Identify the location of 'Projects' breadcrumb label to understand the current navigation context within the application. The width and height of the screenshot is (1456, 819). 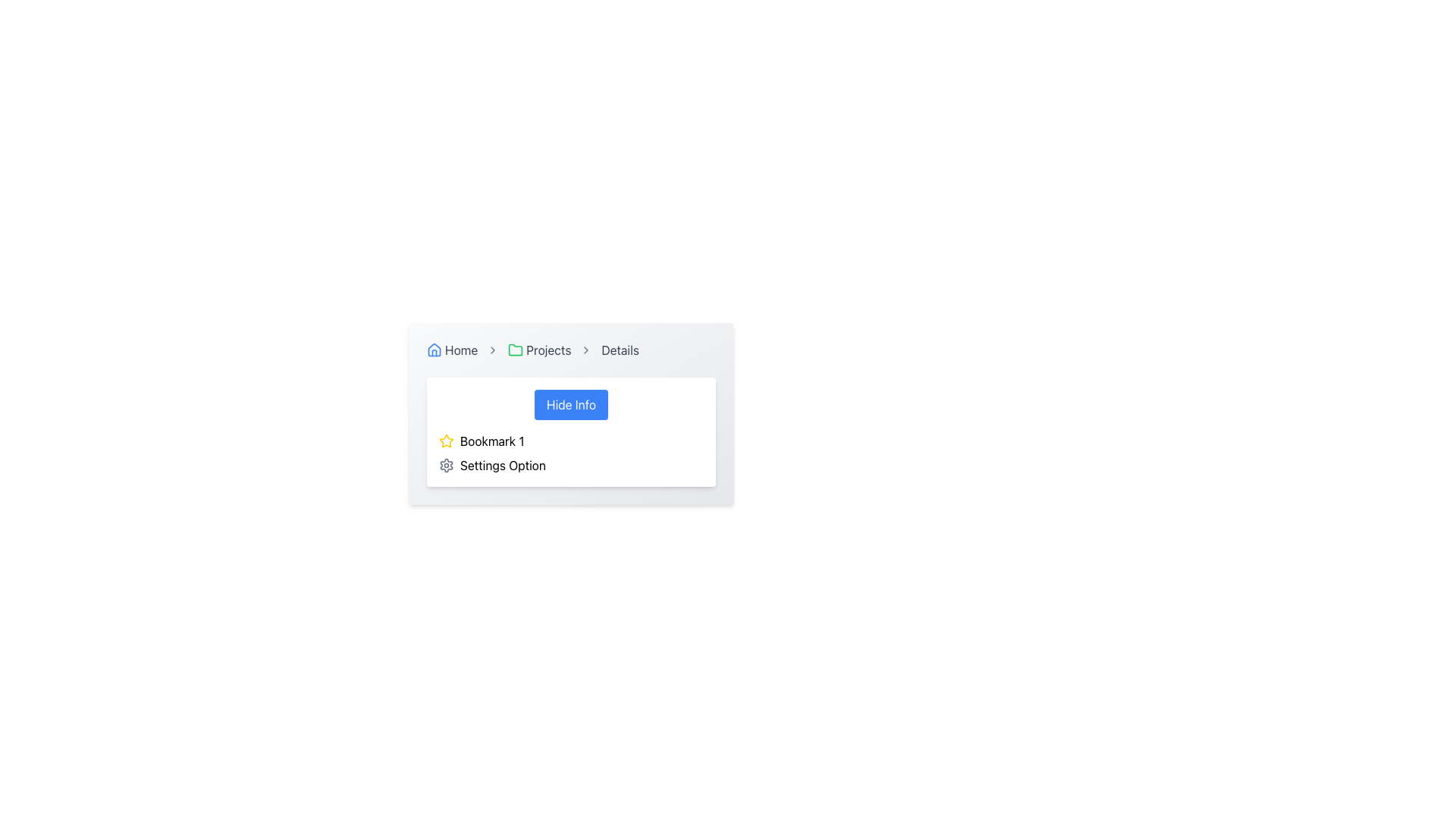
(548, 350).